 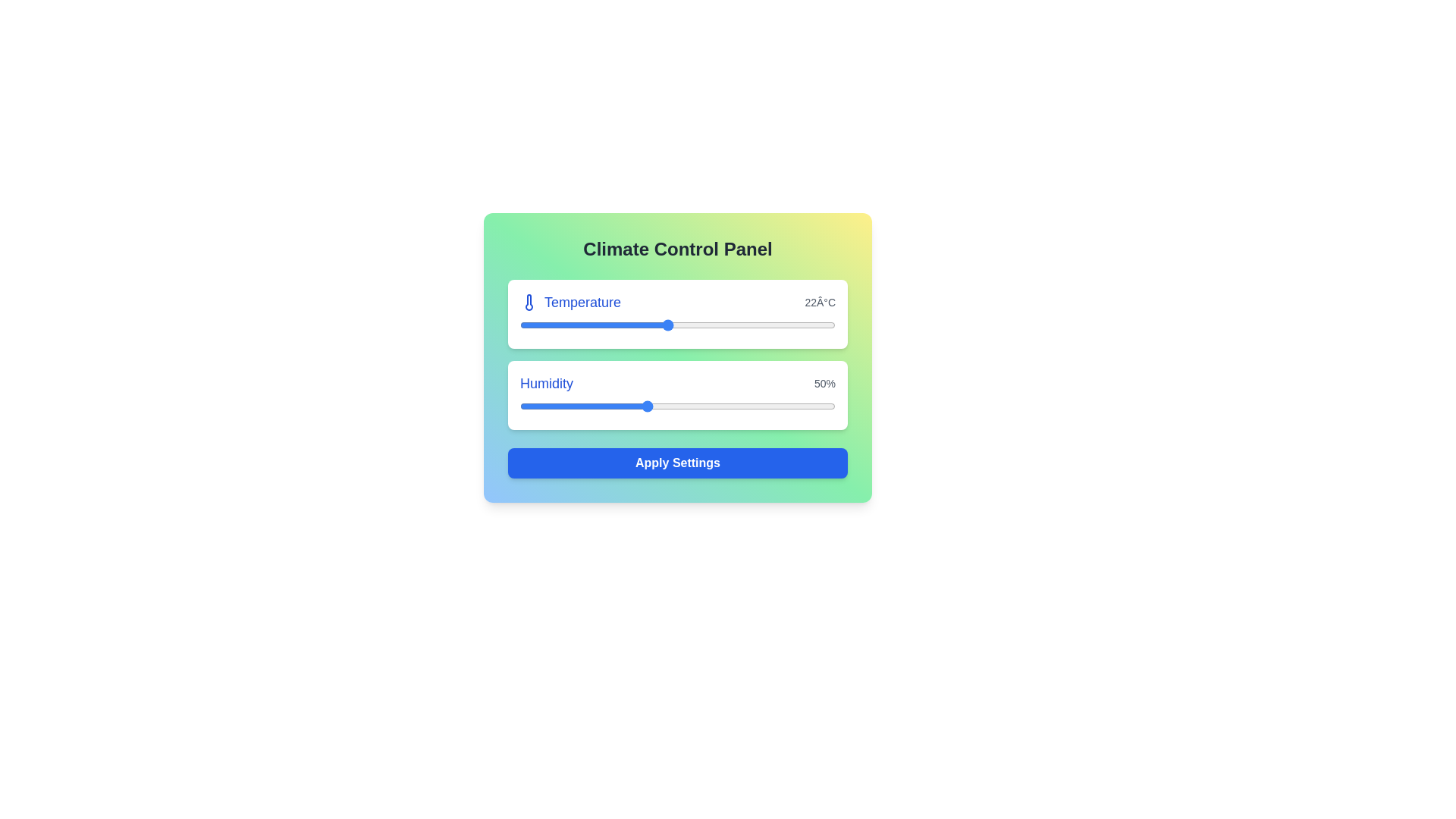 What do you see at coordinates (785, 406) in the screenshot?
I see `the humidity level` at bounding box center [785, 406].